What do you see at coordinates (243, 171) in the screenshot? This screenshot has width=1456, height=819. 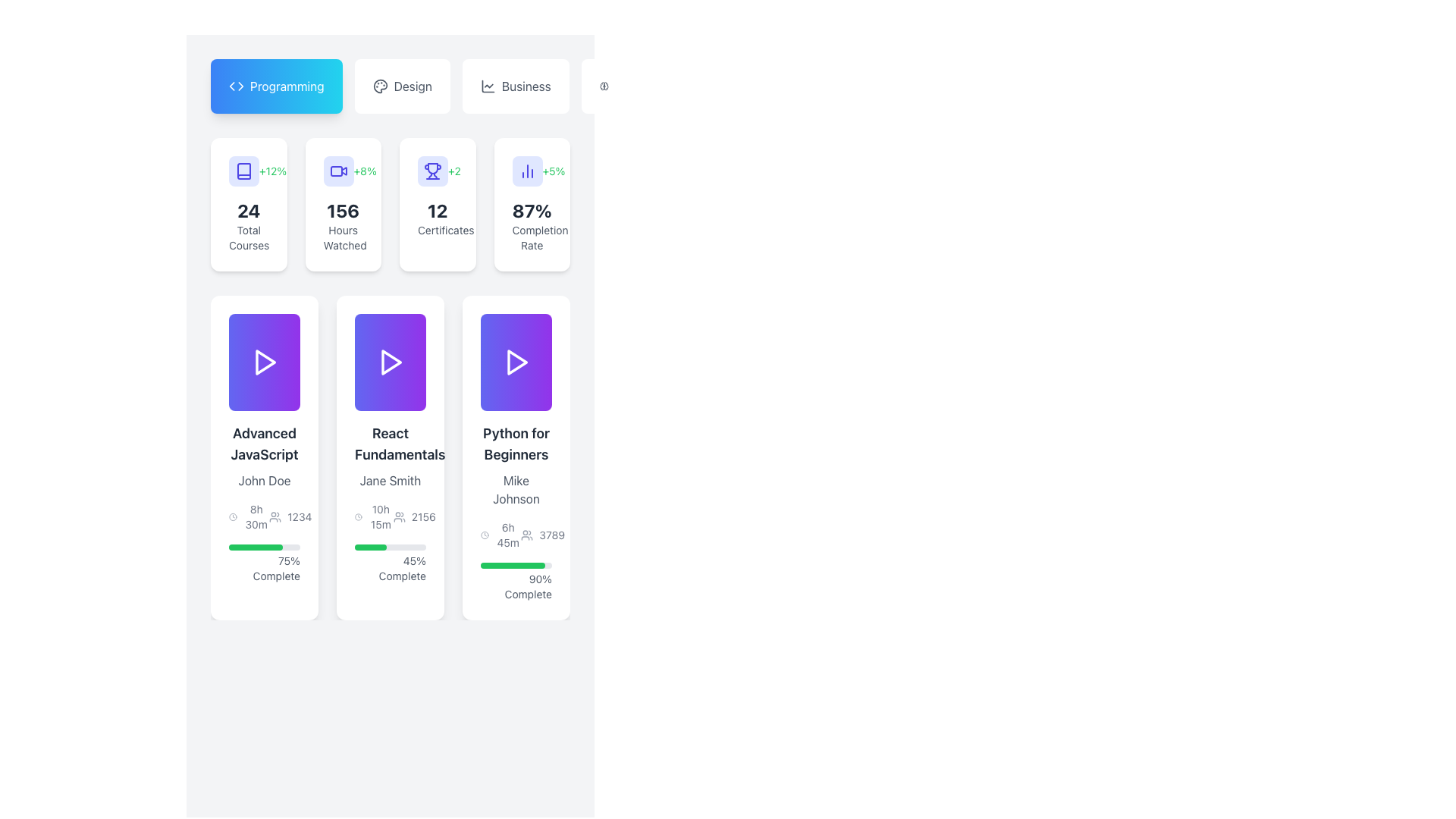 I see `the 'Courses' icon located in the top-left quadrant above the '24 Total Courses' text, if it becomes interactive` at bounding box center [243, 171].